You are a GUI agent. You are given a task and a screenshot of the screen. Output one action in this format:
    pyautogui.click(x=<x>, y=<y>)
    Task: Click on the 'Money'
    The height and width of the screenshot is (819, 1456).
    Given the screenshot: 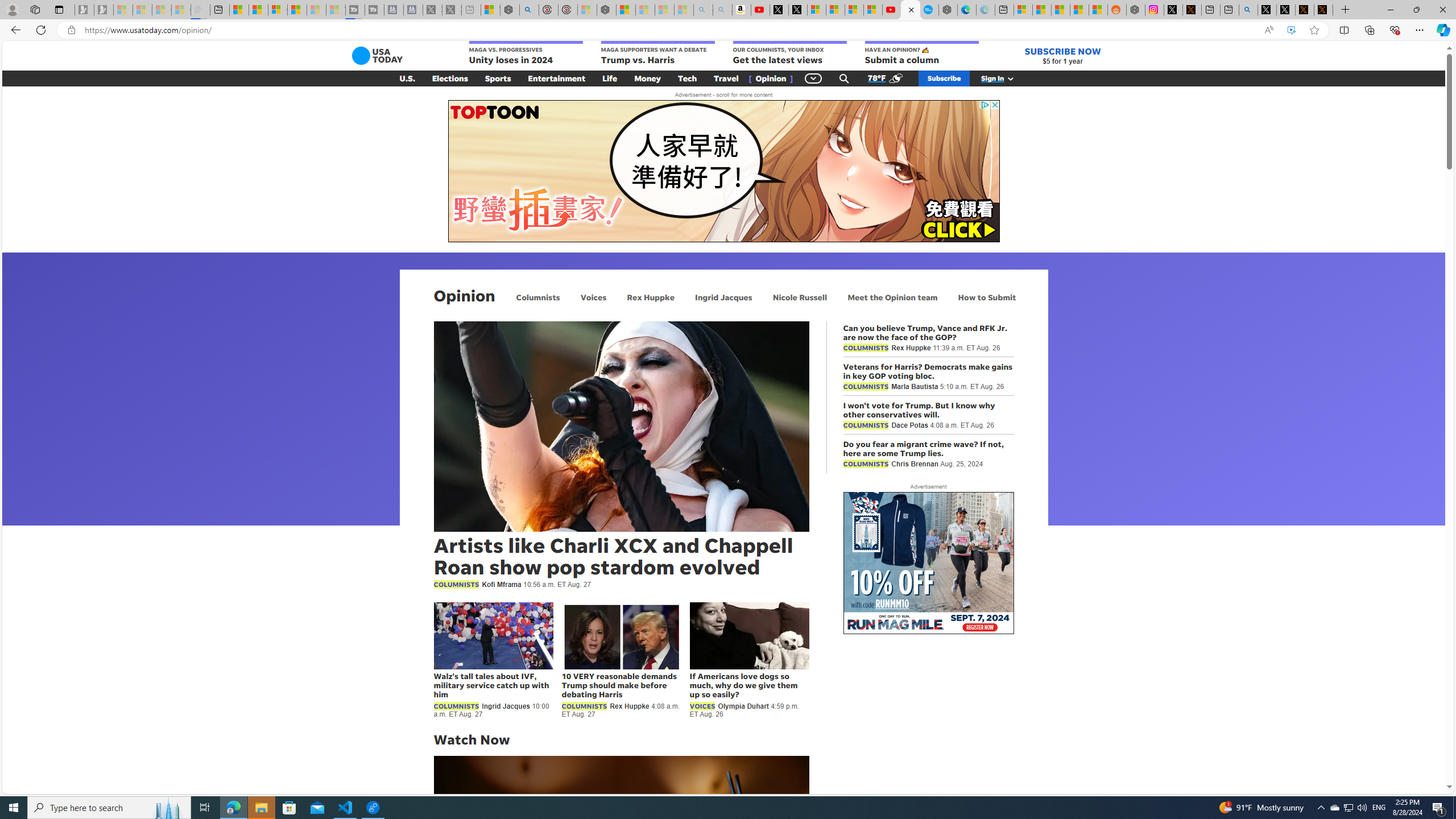 What is the action you would take?
    pyautogui.click(x=647, y=78)
    